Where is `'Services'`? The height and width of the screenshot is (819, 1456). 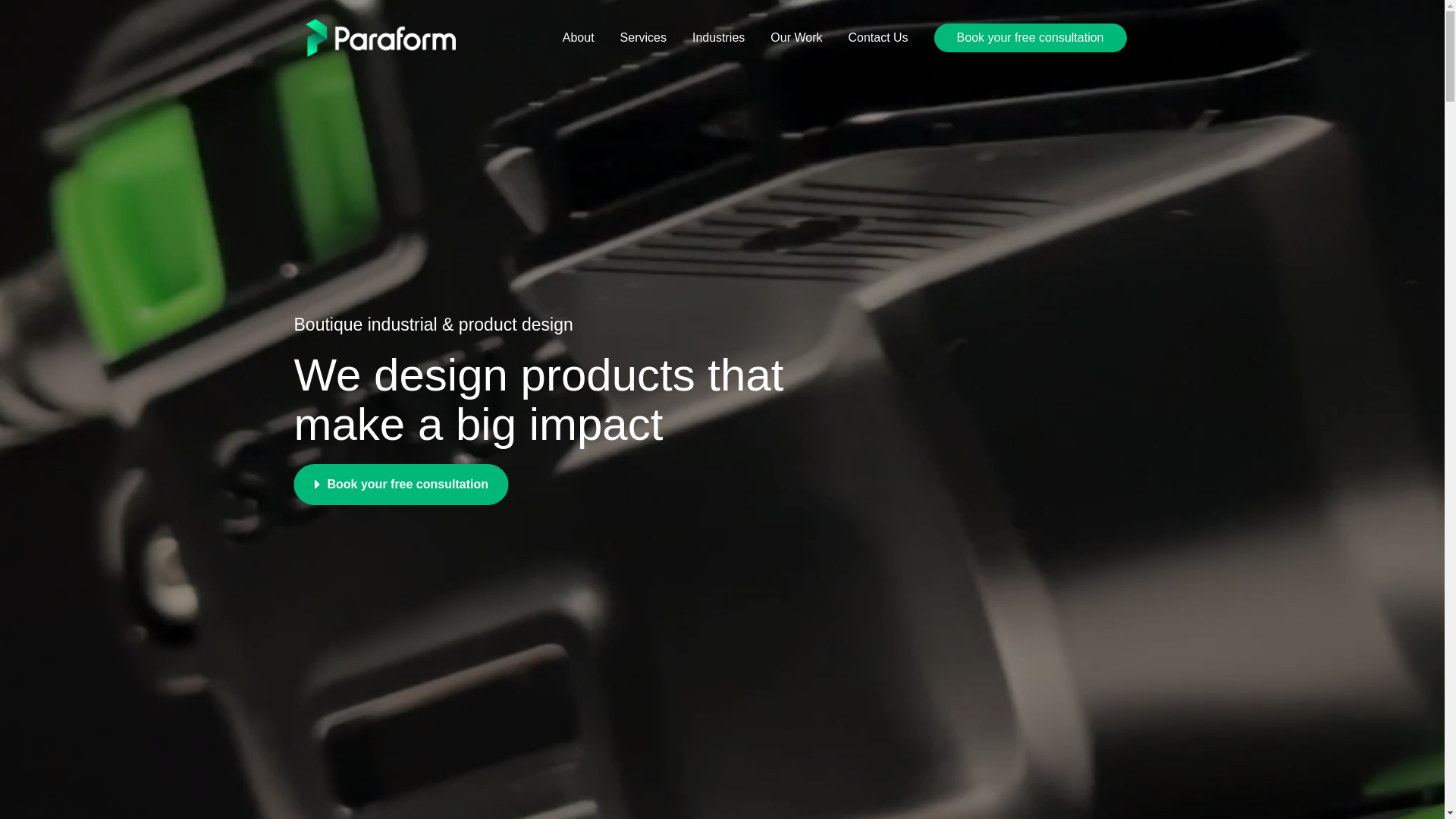
'Services' is located at coordinates (607, 37).